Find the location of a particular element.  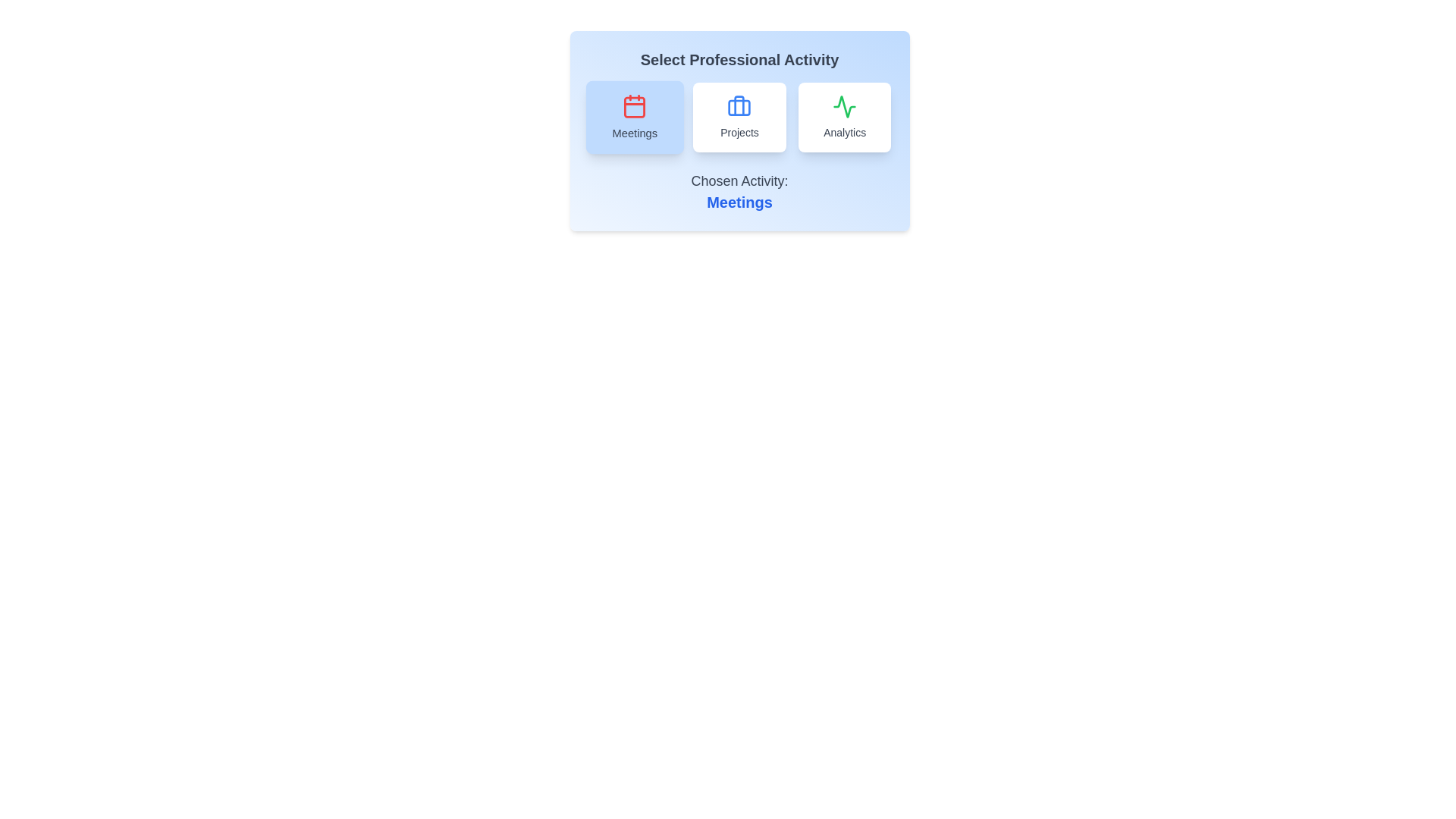

the Meetings button to observe visual feedback is located at coordinates (634, 116).